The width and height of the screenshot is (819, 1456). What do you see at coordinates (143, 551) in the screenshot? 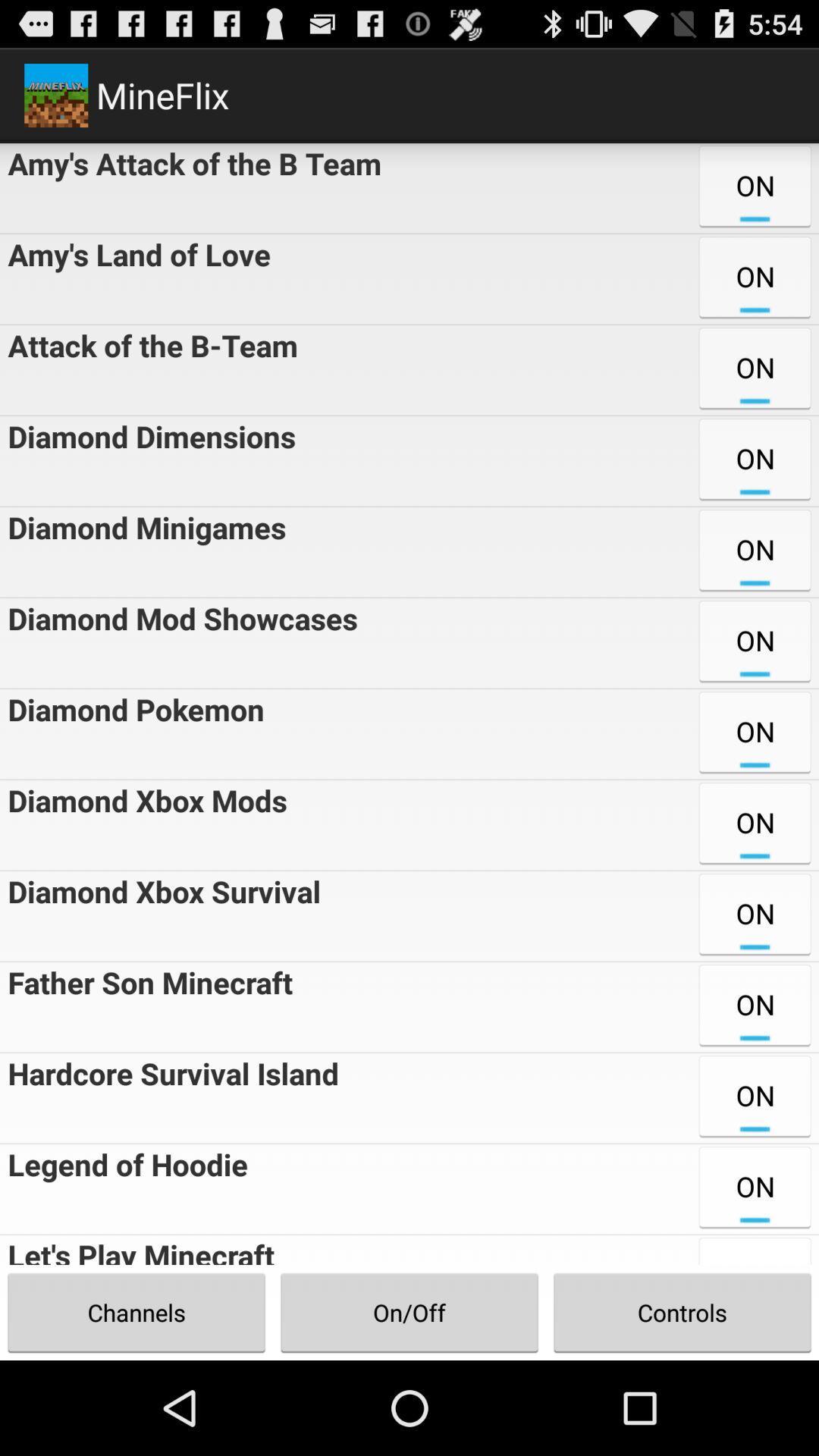
I see `app above the diamond mod showcases item` at bounding box center [143, 551].